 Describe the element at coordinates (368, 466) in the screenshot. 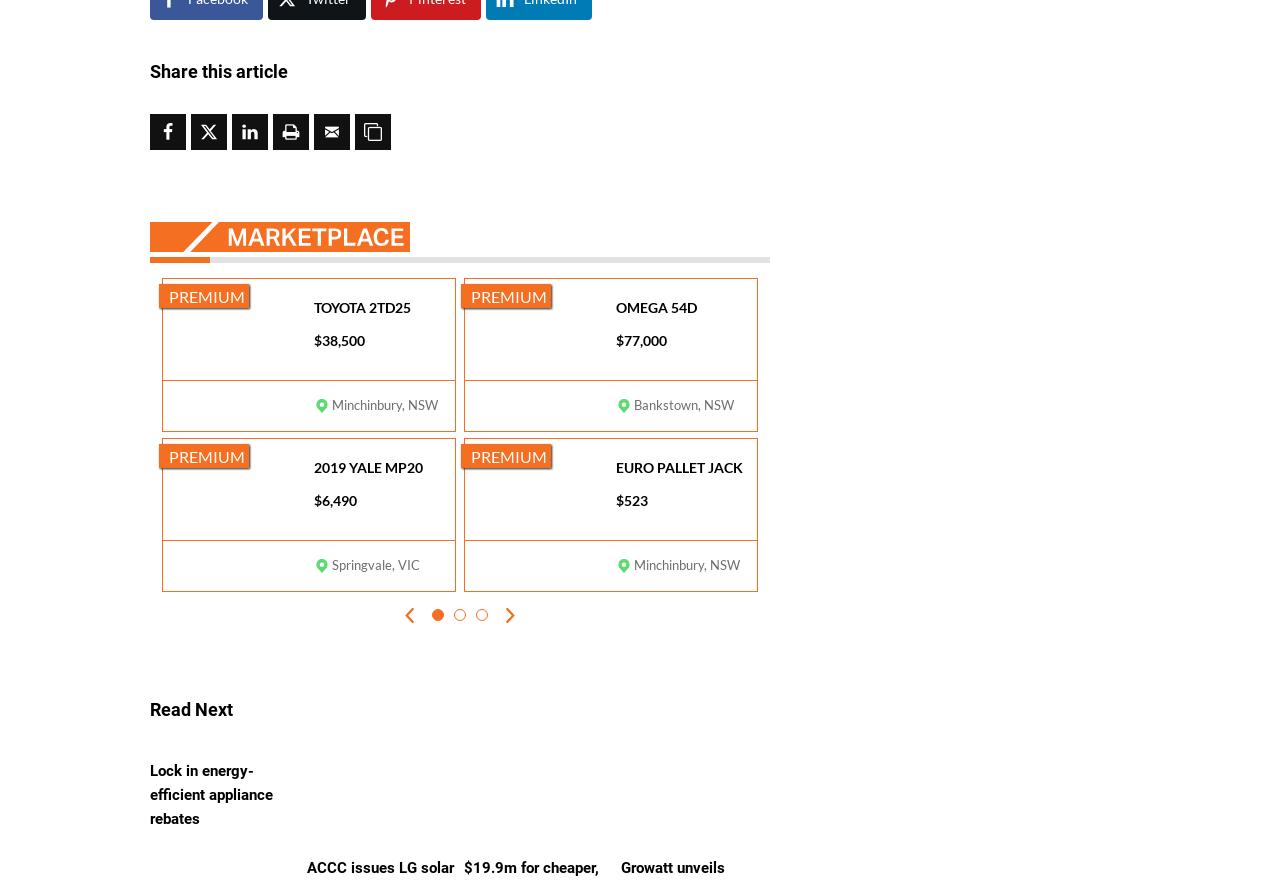

I see `'2019 YALE MP20'` at that location.